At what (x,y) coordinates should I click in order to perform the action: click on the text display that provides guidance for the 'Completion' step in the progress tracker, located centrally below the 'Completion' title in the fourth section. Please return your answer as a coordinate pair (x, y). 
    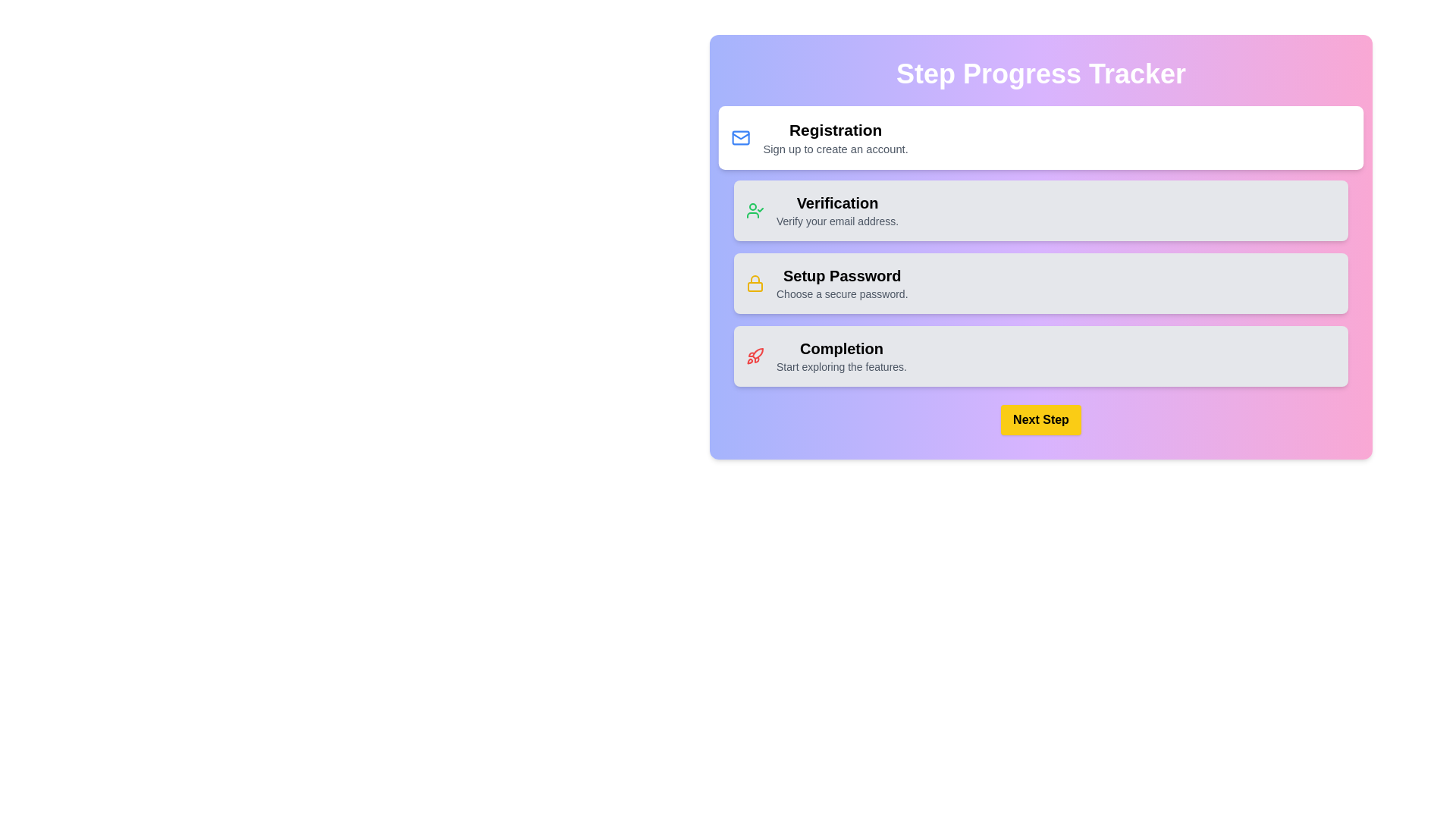
    Looking at the image, I should click on (840, 366).